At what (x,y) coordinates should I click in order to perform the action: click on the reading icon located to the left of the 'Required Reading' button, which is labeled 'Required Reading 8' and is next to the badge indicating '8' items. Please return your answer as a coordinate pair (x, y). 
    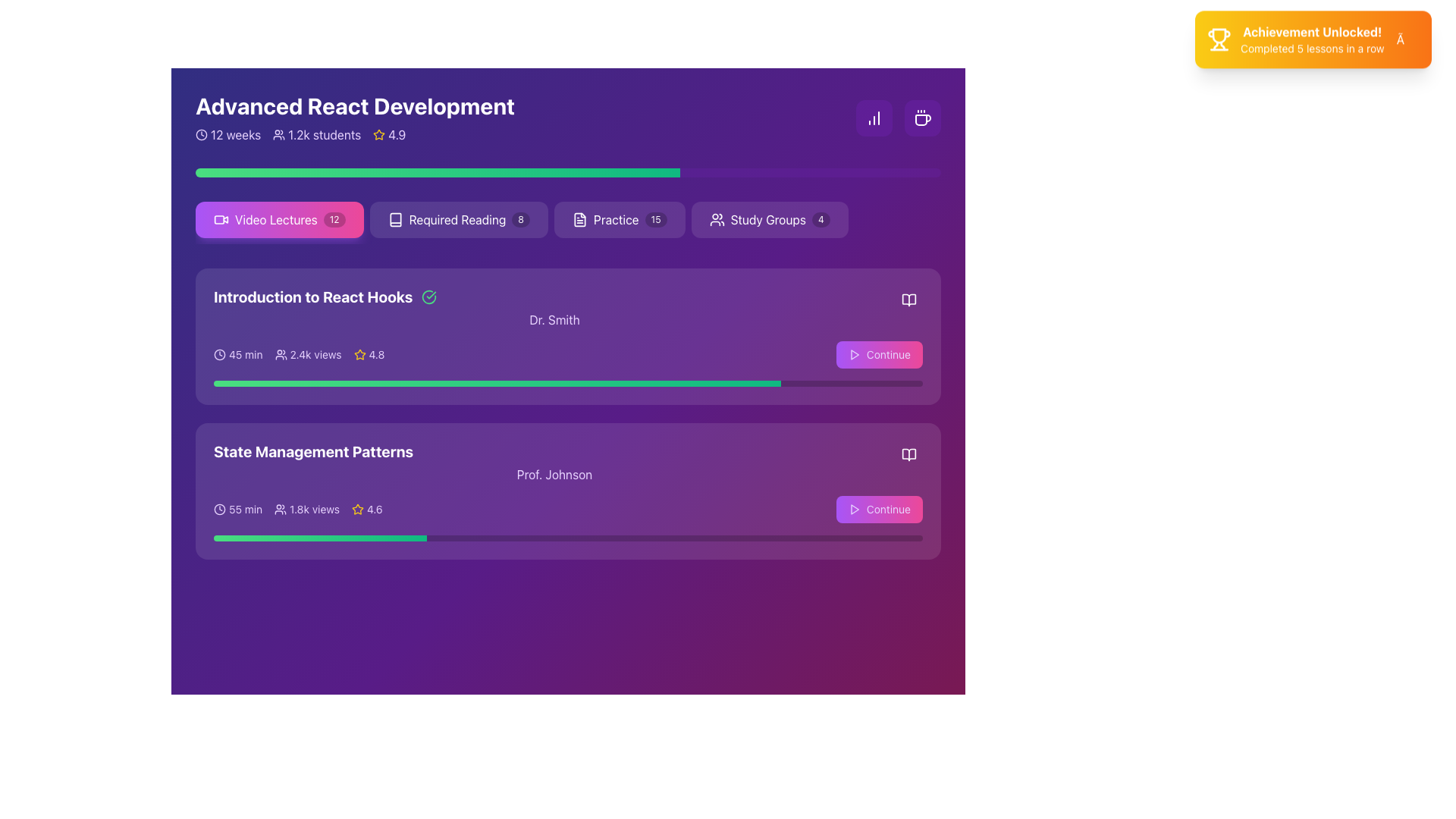
    Looking at the image, I should click on (395, 219).